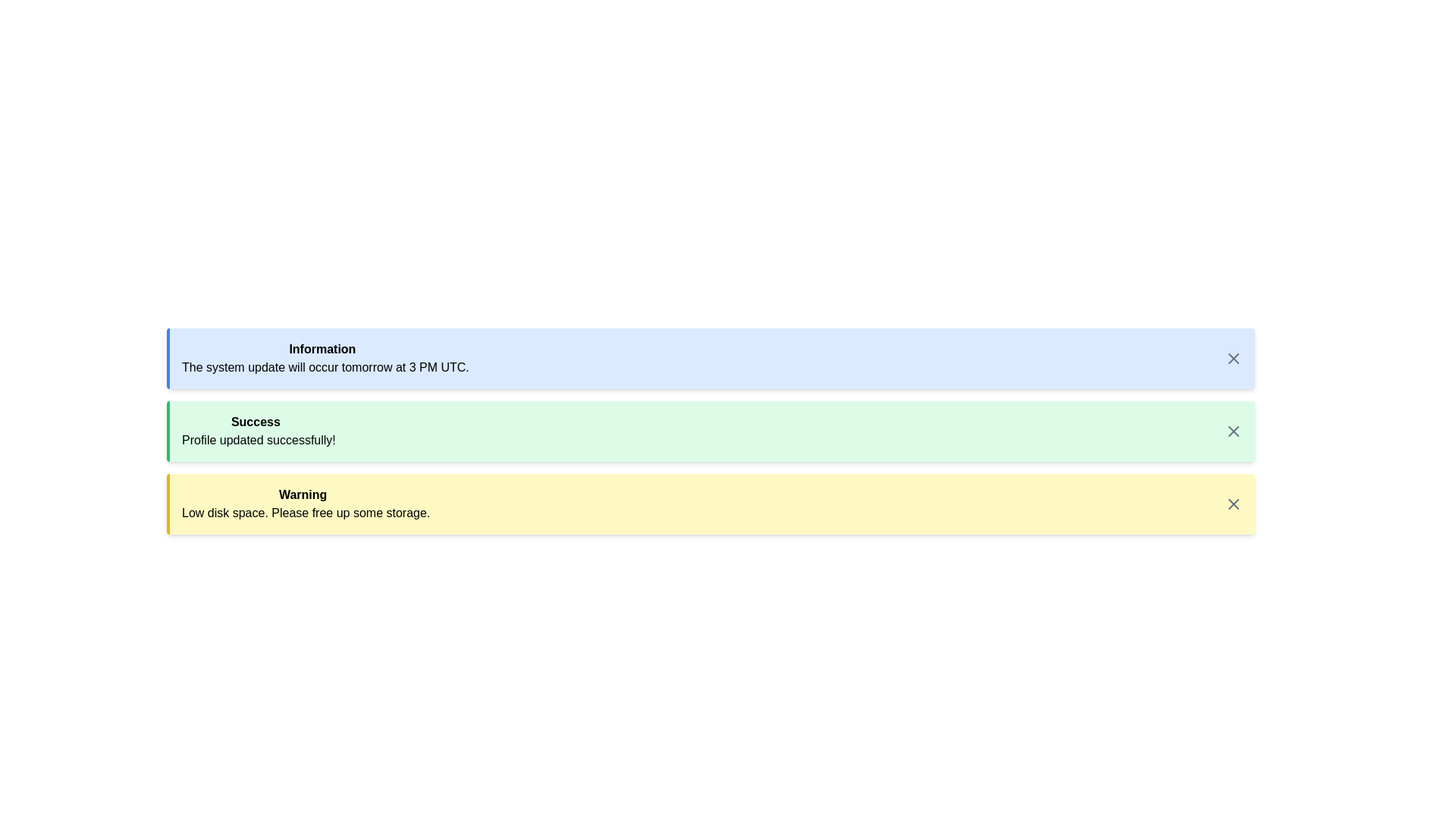 The image size is (1456, 819). I want to click on the close button located in the top-right corner of the blue 'Information' notification, so click(1234, 359).